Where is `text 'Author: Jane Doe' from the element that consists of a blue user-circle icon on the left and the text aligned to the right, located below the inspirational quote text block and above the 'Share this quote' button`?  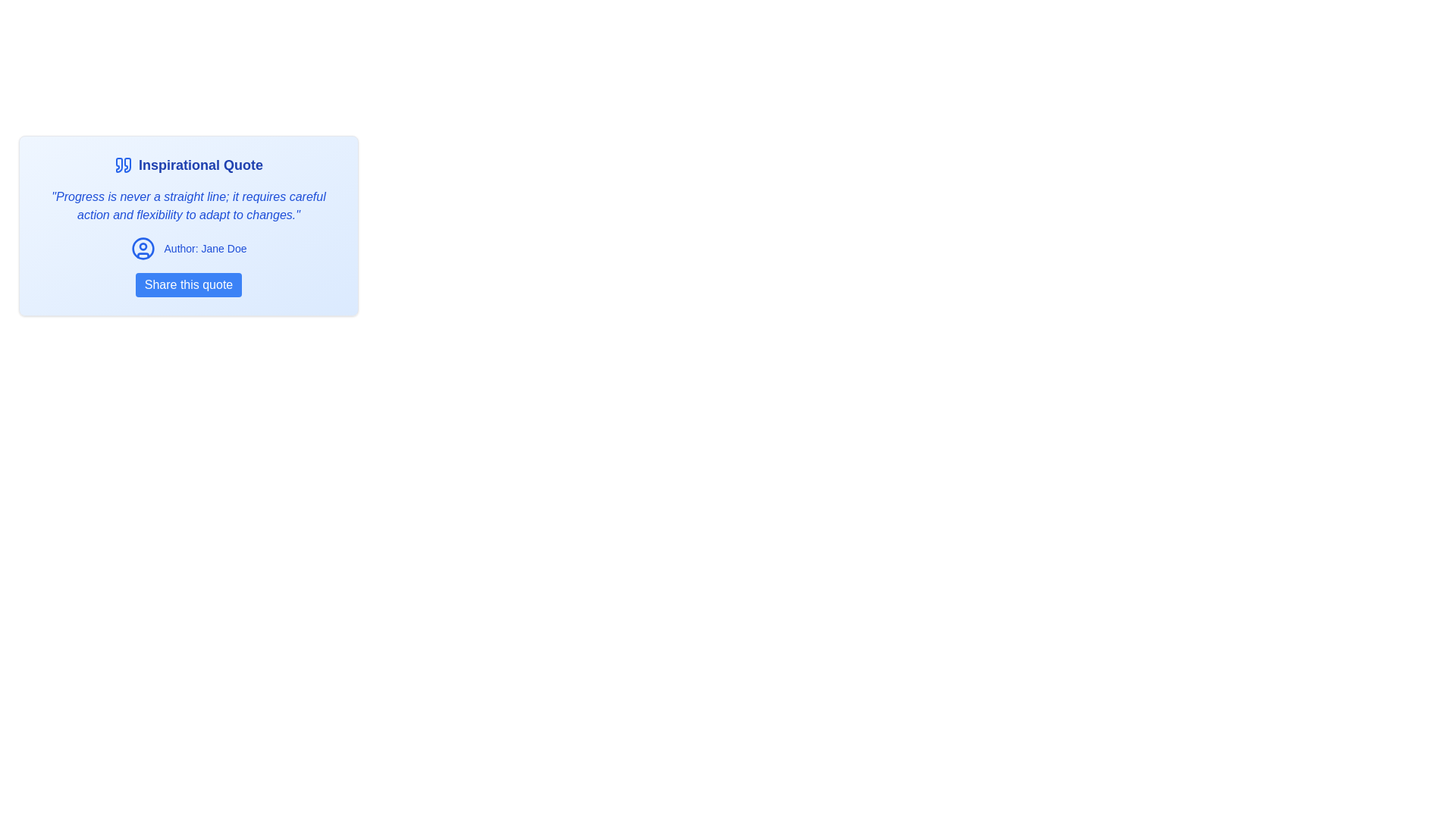
text 'Author: Jane Doe' from the element that consists of a blue user-circle icon on the left and the text aligned to the right, located below the inspirational quote text block and above the 'Share this quote' button is located at coordinates (188, 247).